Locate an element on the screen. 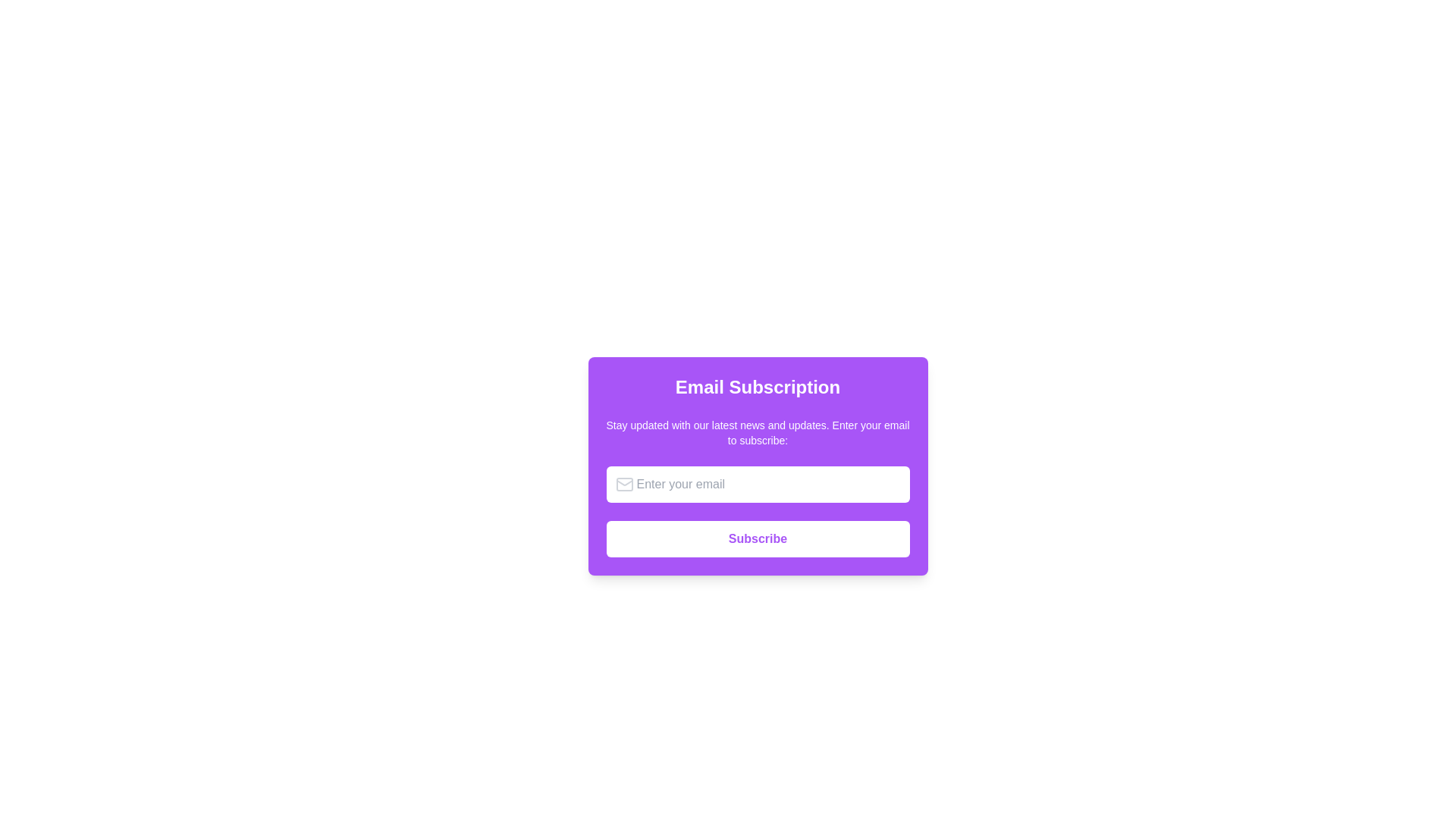 This screenshot has width=1456, height=819. the introductory text block explaining the functionality of the email subscription form, which is located below the heading 'Email Subscription' and above the email input field and subscribe button is located at coordinates (758, 432).